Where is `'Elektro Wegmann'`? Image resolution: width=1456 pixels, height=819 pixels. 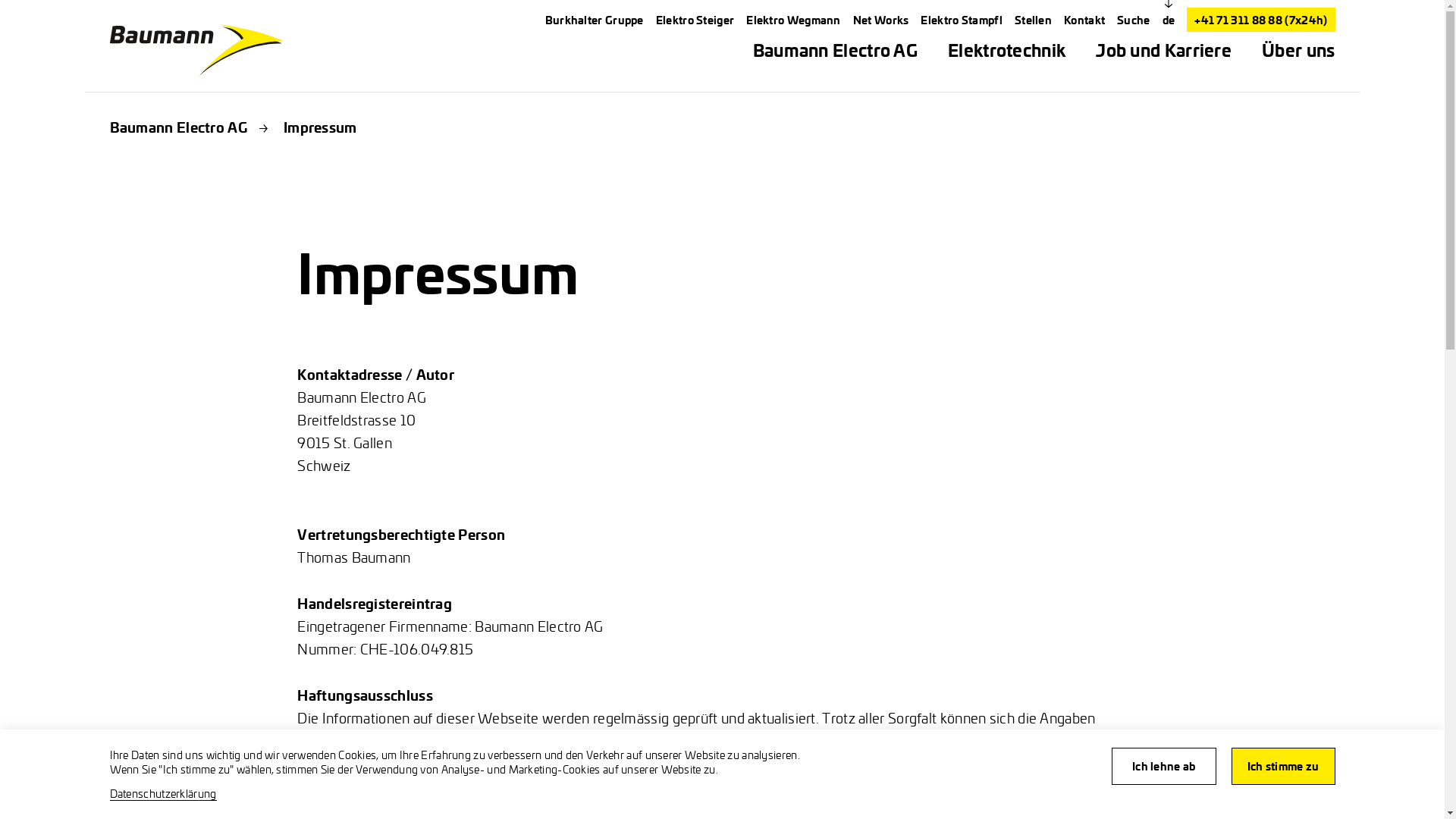 'Elektro Wegmann' is located at coordinates (792, 20).